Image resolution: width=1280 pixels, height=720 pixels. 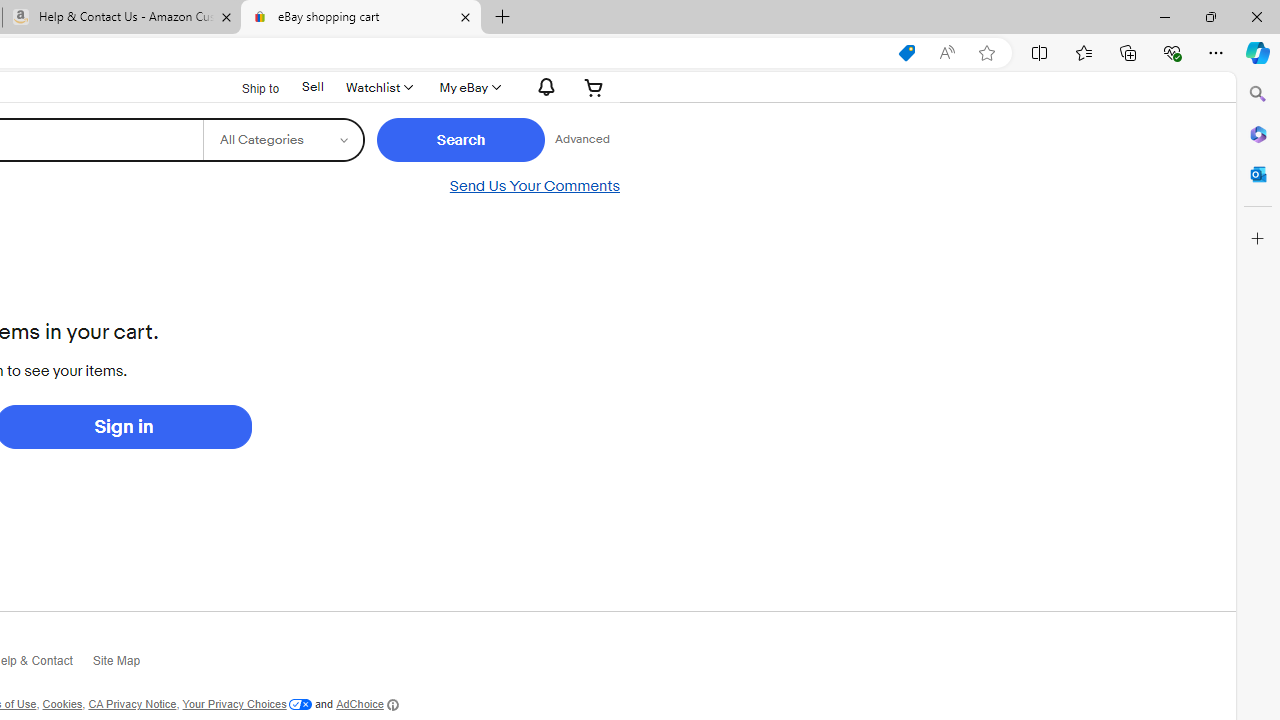 What do you see at coordinates (544, 86) in the screenshot?
I see `'AutomationID: gh-eb-Alerts'` at bounding box center [544, 86].